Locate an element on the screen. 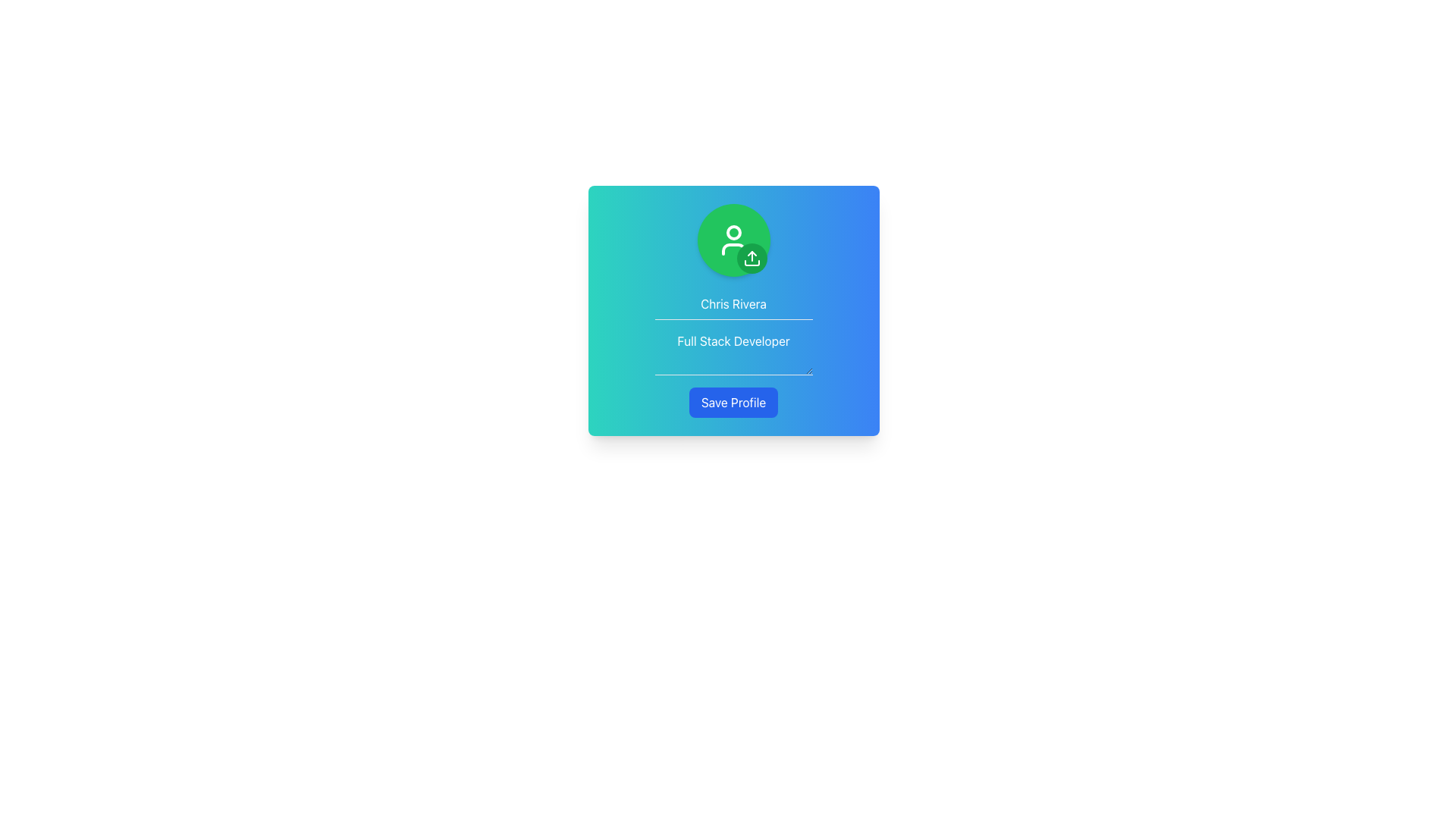 The height and width of the screenshot is (819, 1456). the text input field displaying 'Chris Rivera' to focus on it is located at coordinates (733, 304).